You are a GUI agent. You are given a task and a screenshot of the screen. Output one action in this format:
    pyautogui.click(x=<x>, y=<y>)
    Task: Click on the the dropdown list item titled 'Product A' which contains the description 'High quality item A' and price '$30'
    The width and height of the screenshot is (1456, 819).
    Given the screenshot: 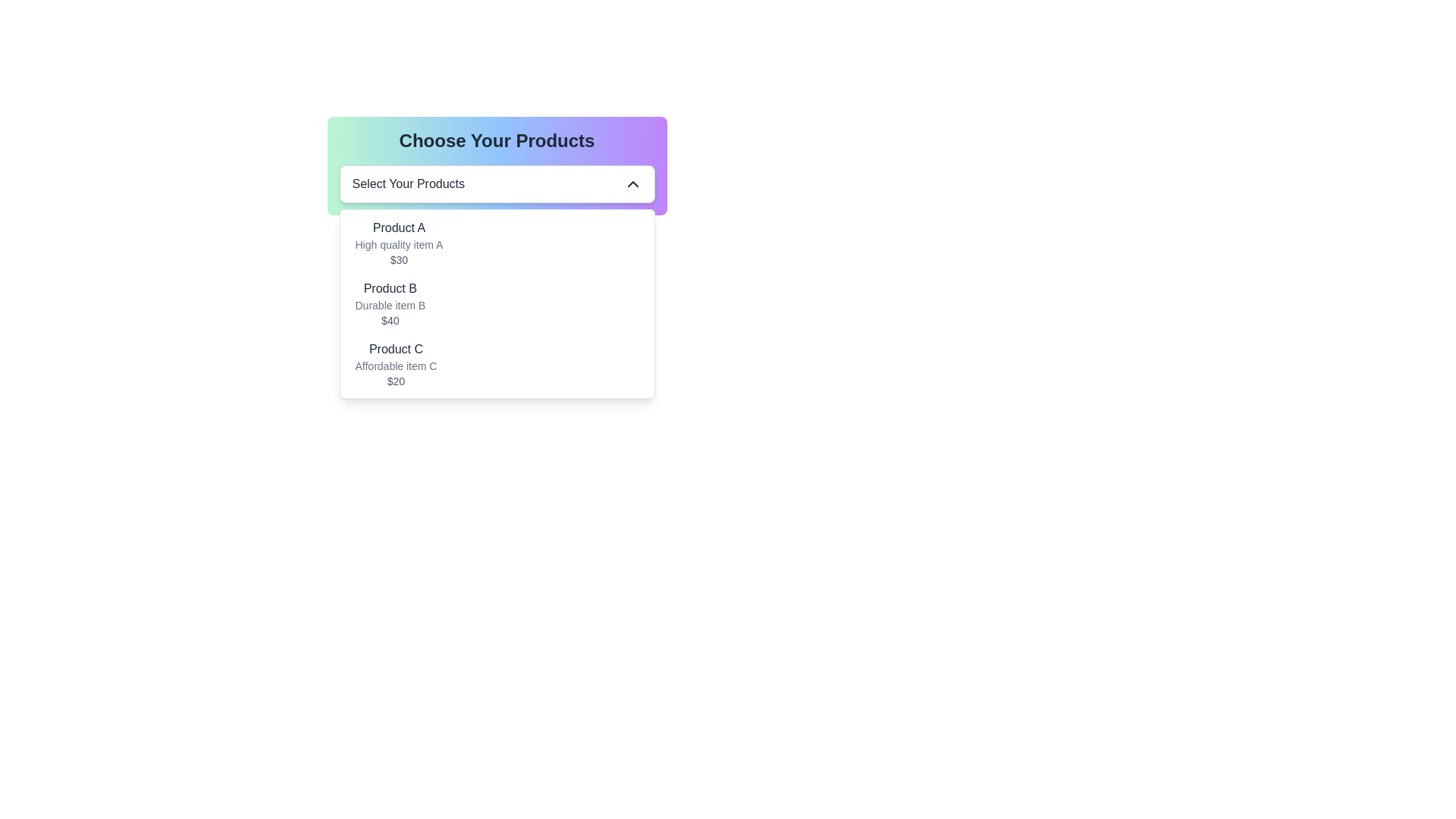 What is the action you would take?
    pyautogui.click(x=399, y=242)
    